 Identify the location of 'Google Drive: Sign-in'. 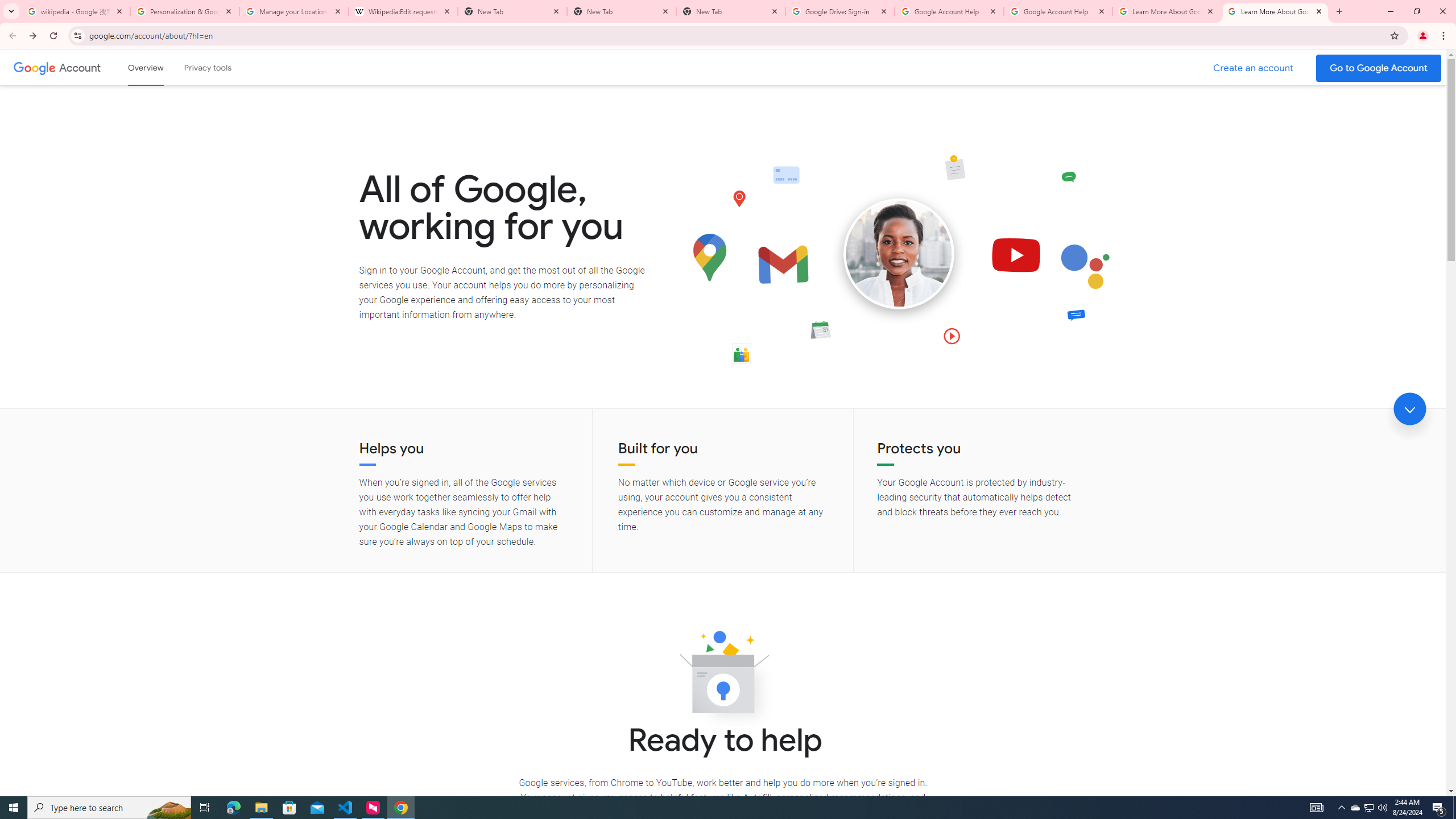
(839, 11).